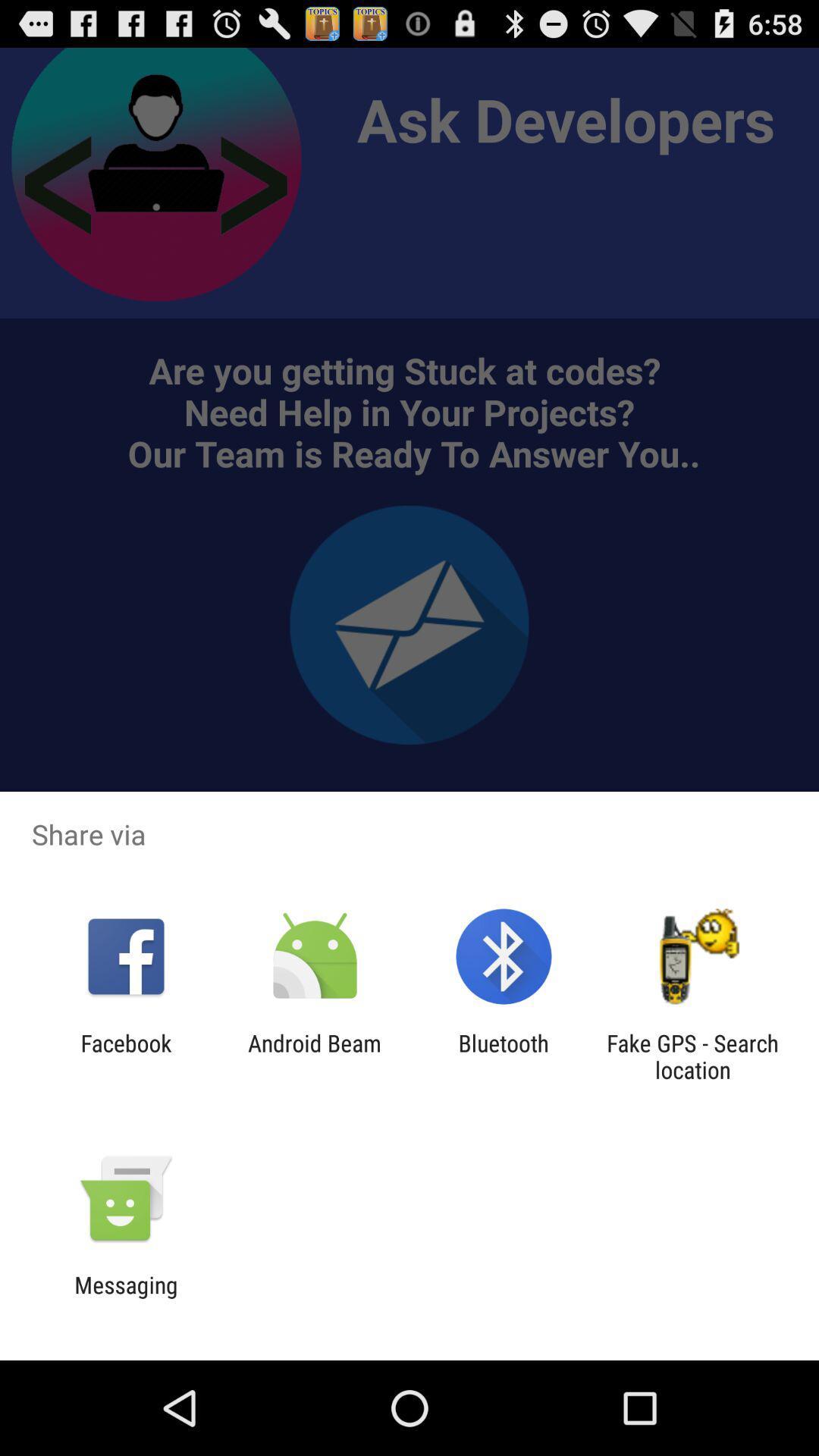  What do you see at coordinates (125, 1298) in the screenshot?
I see `the messaging app` at bounding box center [125, 1298].